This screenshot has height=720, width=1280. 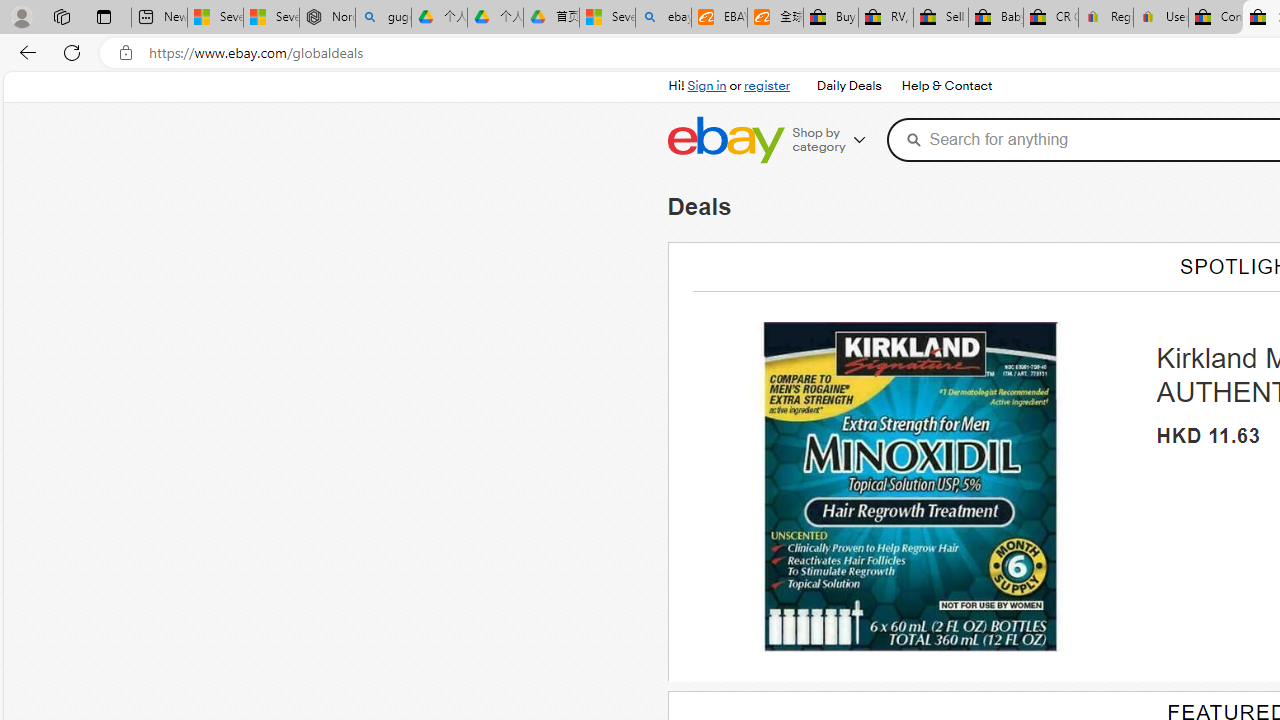 What do you see at coordinates (1104, 17) in the screenshot?
I see `'Register: Create a personal eBay account'` at bounding box center [1104, 17].